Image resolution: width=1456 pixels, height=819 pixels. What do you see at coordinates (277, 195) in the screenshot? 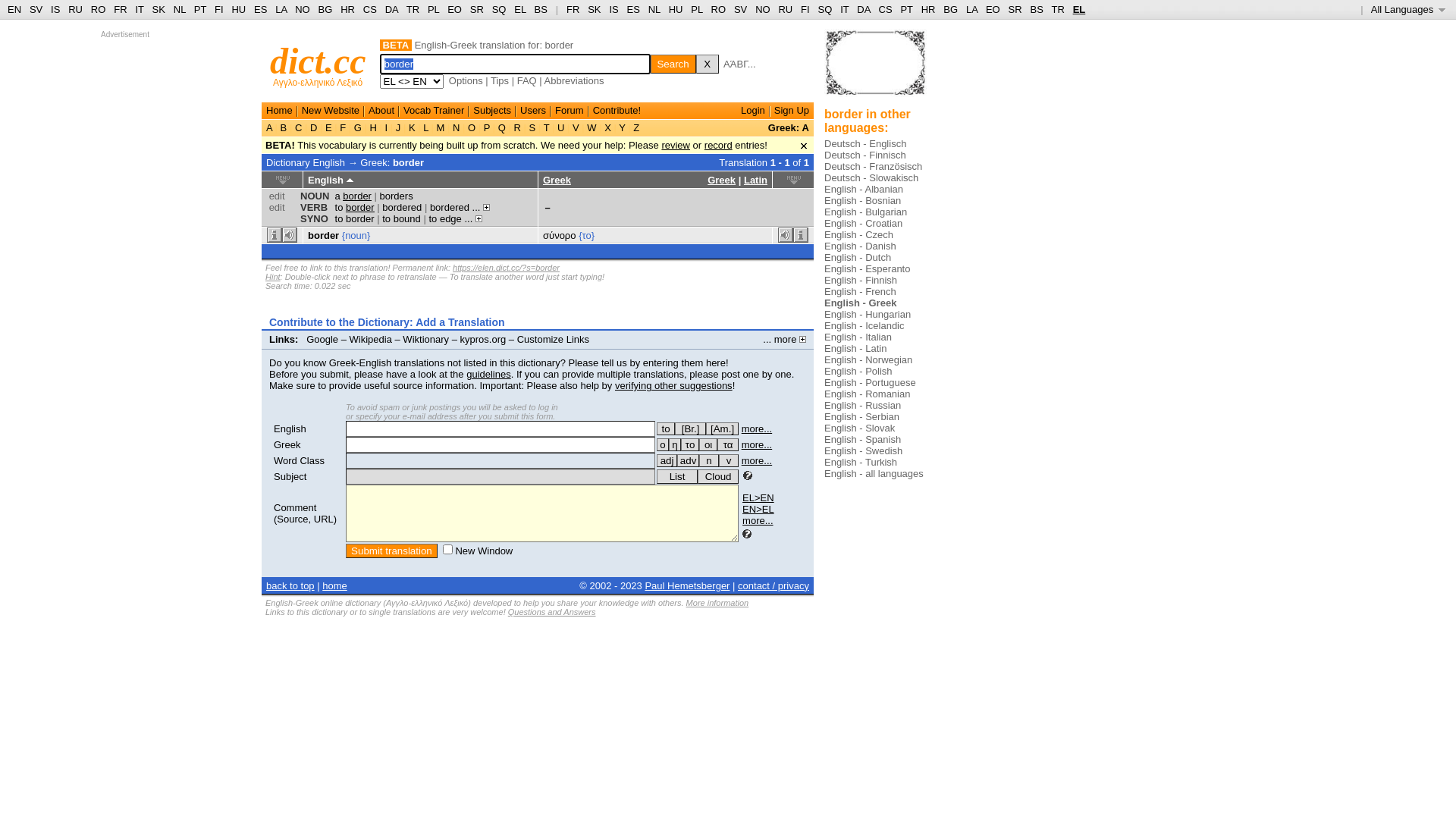
I see `'edit'` at bounding box center [277, 195].